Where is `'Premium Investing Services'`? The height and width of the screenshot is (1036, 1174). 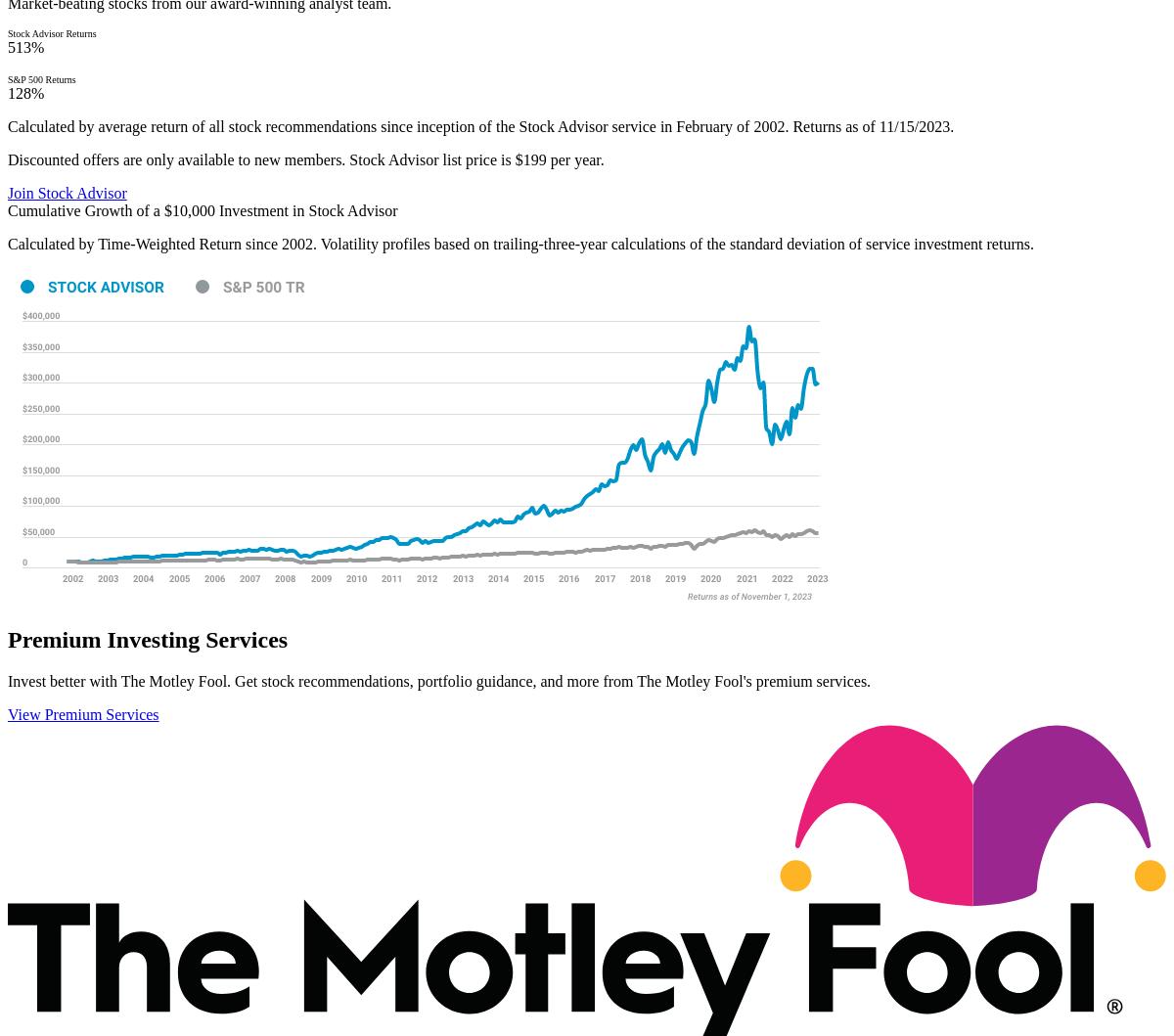 'Premium Investing Services' is located at coordinates (147, 640).